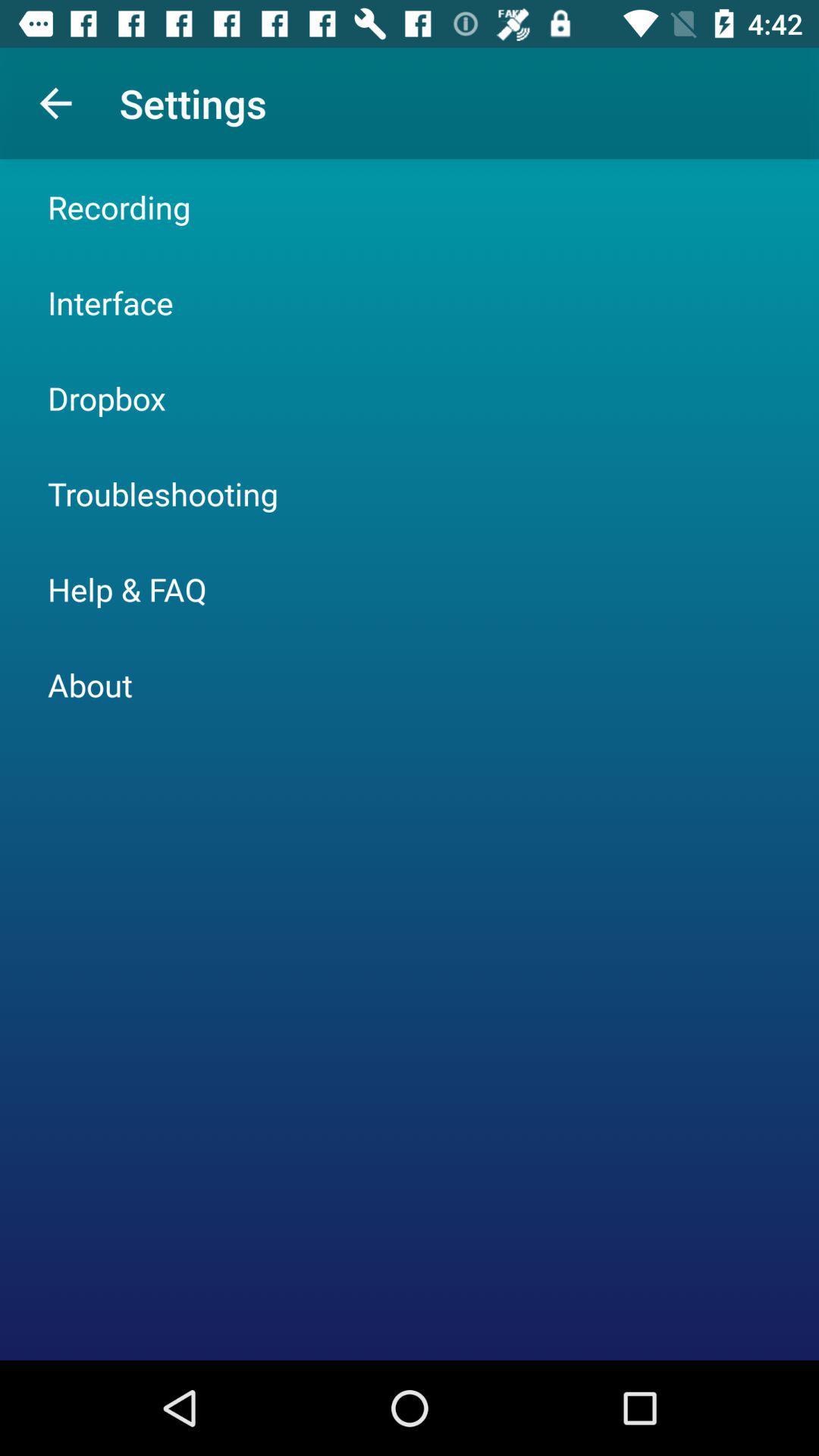  I want to click on the dropbox item, so click(106, 397).